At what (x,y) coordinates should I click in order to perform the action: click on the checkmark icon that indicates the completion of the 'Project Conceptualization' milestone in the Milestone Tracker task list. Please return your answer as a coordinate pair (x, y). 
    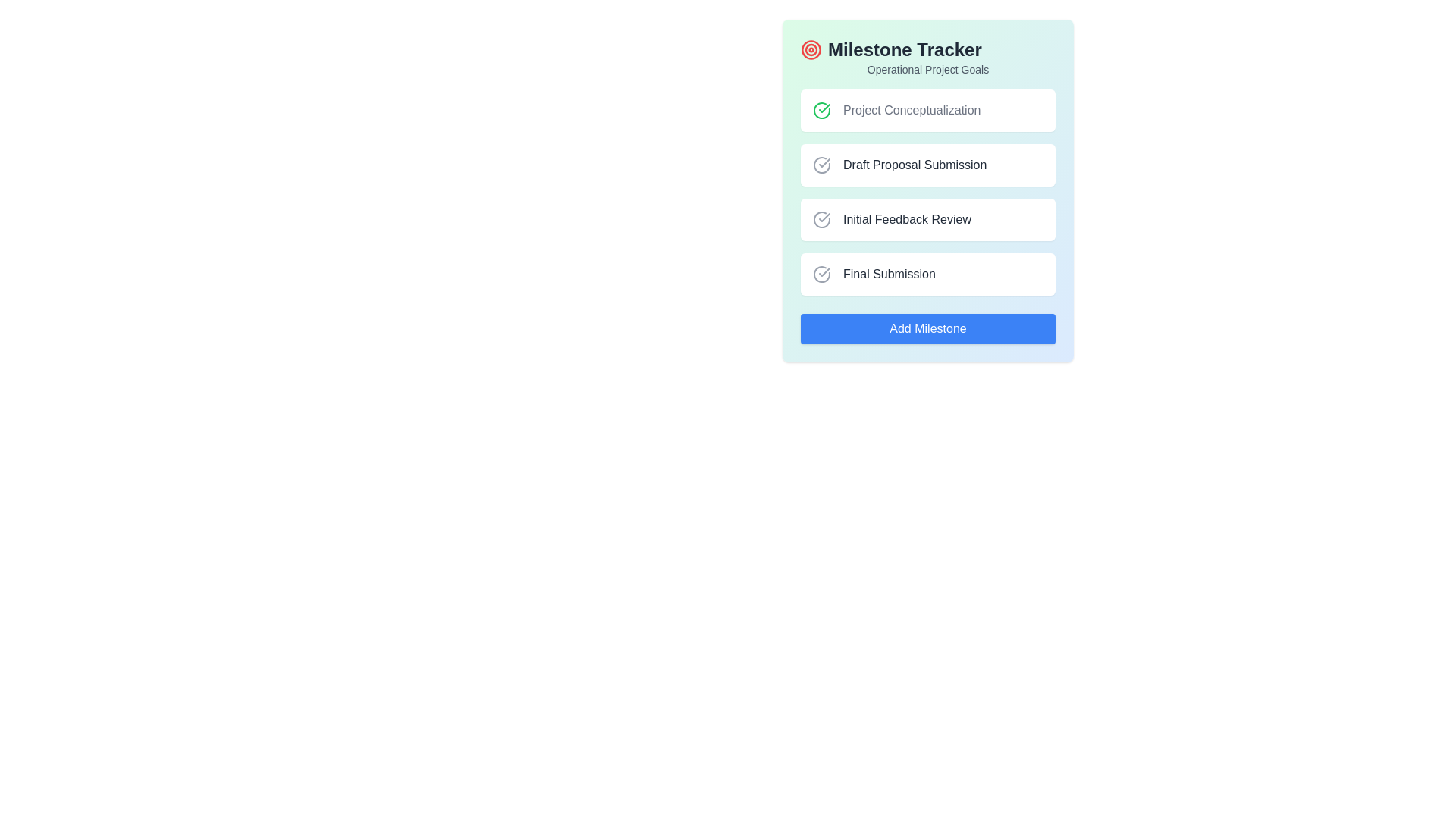
    Looking at the image, I should click on (821, 110).